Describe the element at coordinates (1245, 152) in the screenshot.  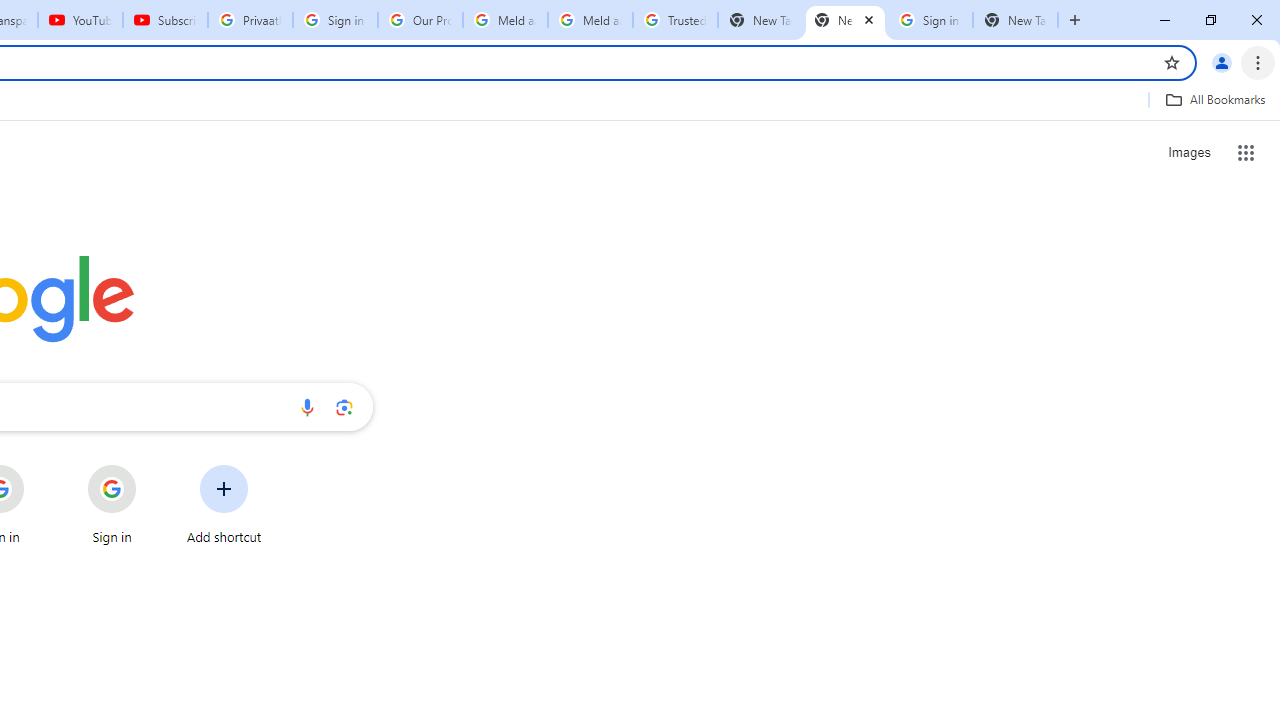
I see `'Google apps'` at that location.